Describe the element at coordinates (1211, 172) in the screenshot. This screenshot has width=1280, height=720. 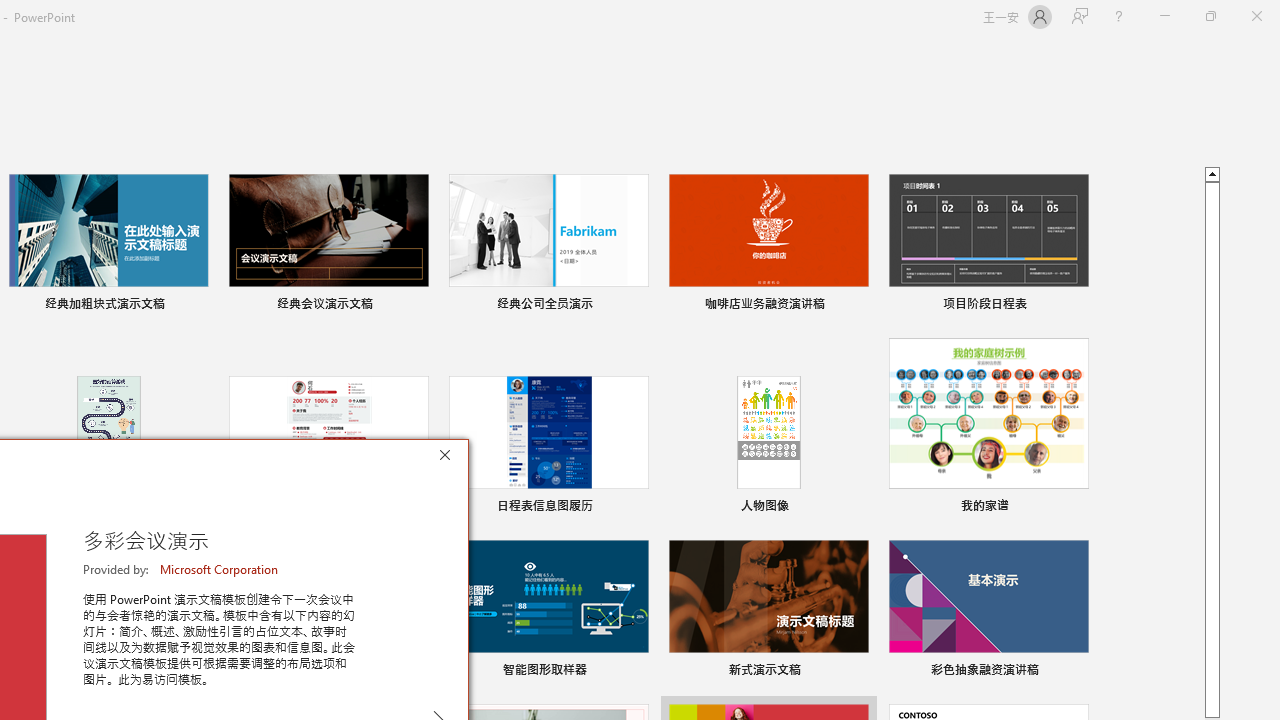
I see `'Line up'` at that location.